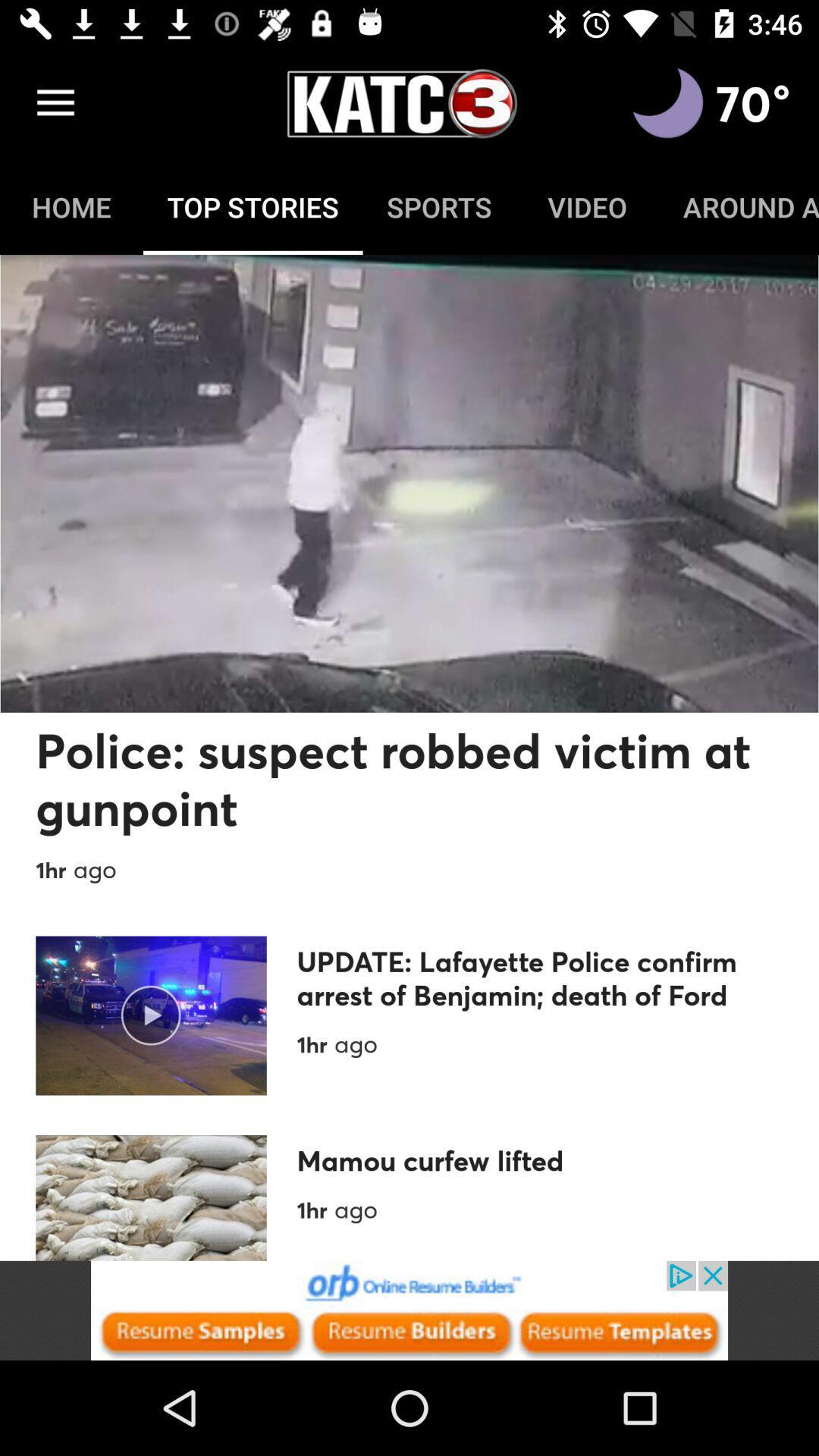  What do you see at coordinates (667, 102) in the screenshot?
I see `advertisement` at bounding box center [667, 102].